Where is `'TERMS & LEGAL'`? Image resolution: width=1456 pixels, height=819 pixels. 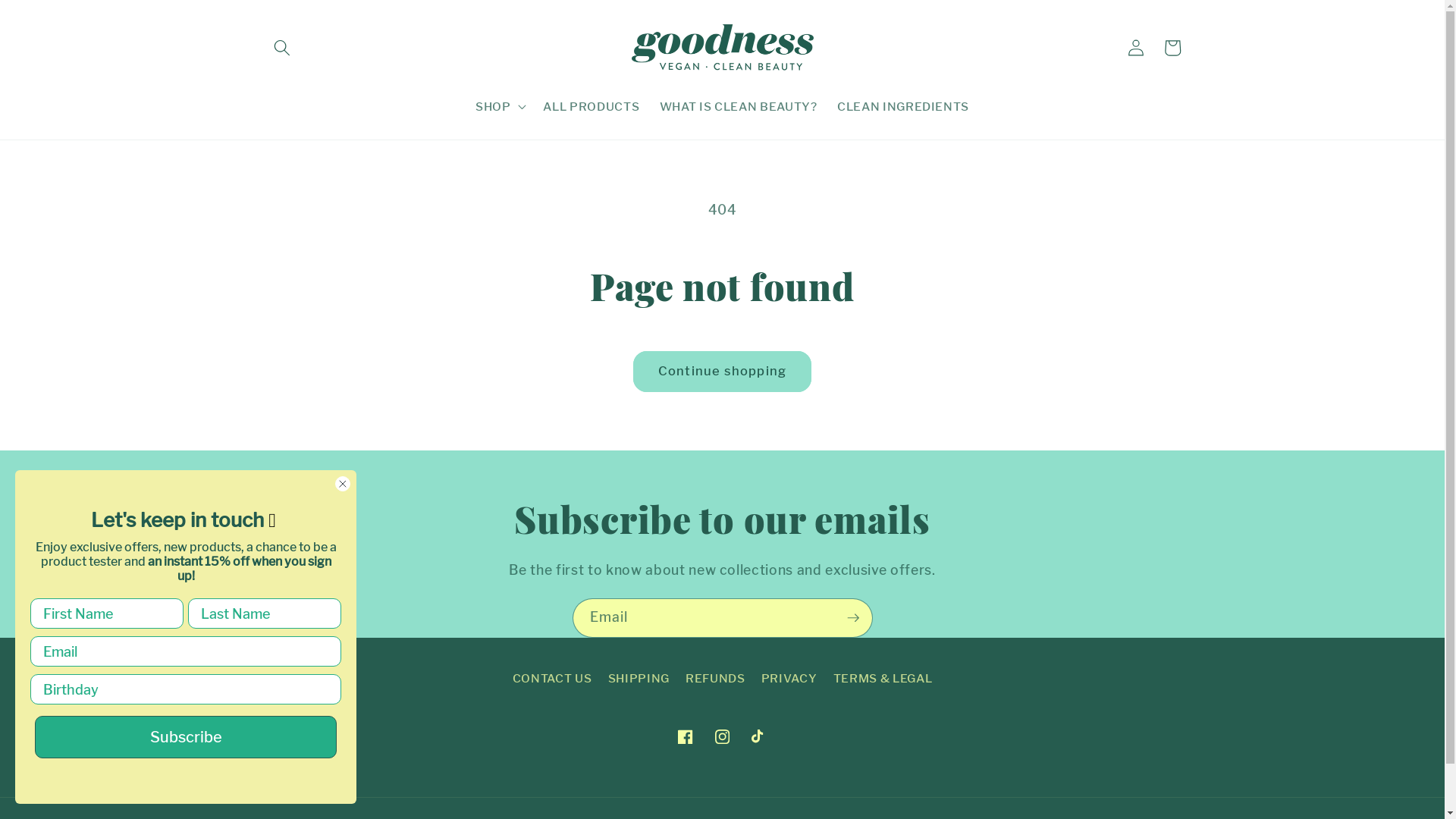 'TERMS & LEGAL' is located at coordinates (883, 678).